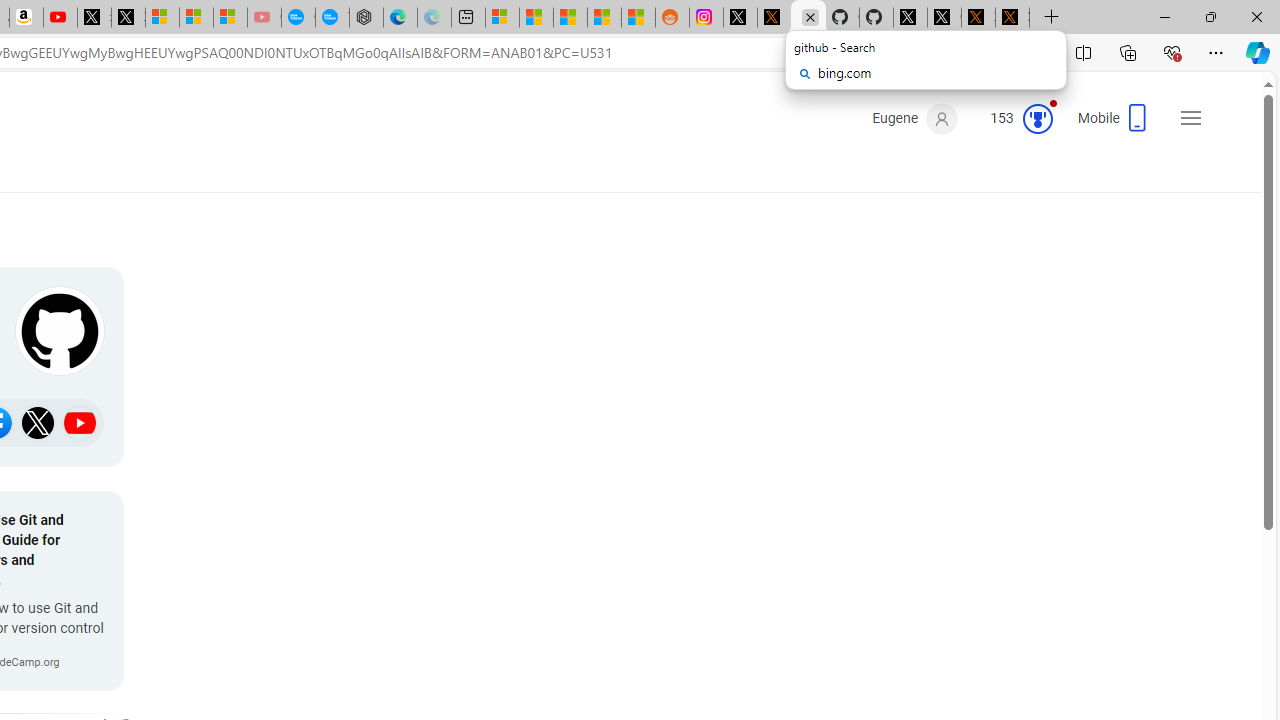 The height and width of the screenshot is (720, 1280). I want to click on 'Shanghai, China hourly forecast | Microsoft Weather', so click(569, 17).